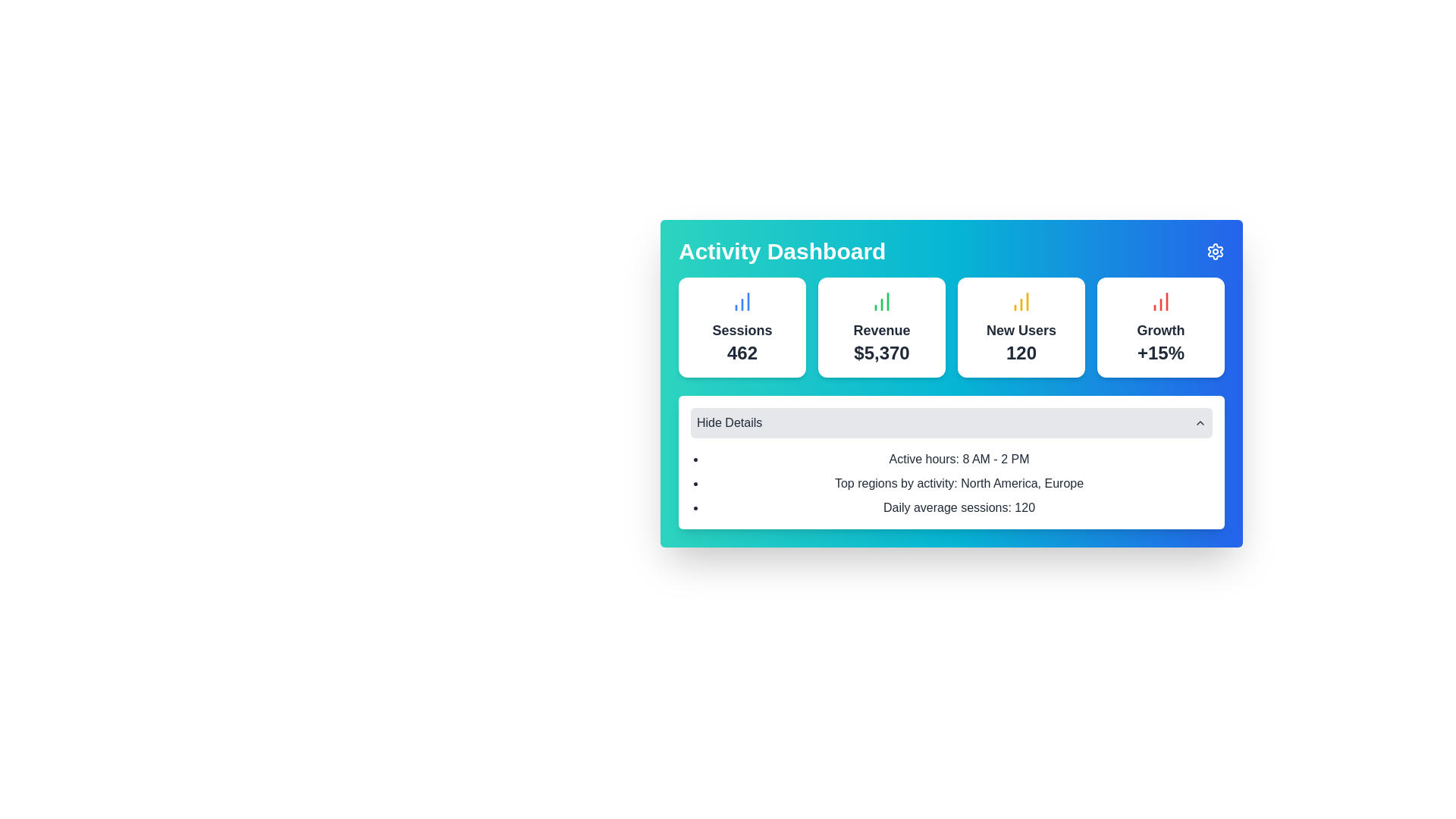  Describe the element at coordinates (950, 483) in the screenshot. I see `the text block with bullet points located in the bottom section of the 'Hide Details' card, which displays detailed summary information about activity metrics` at that location.